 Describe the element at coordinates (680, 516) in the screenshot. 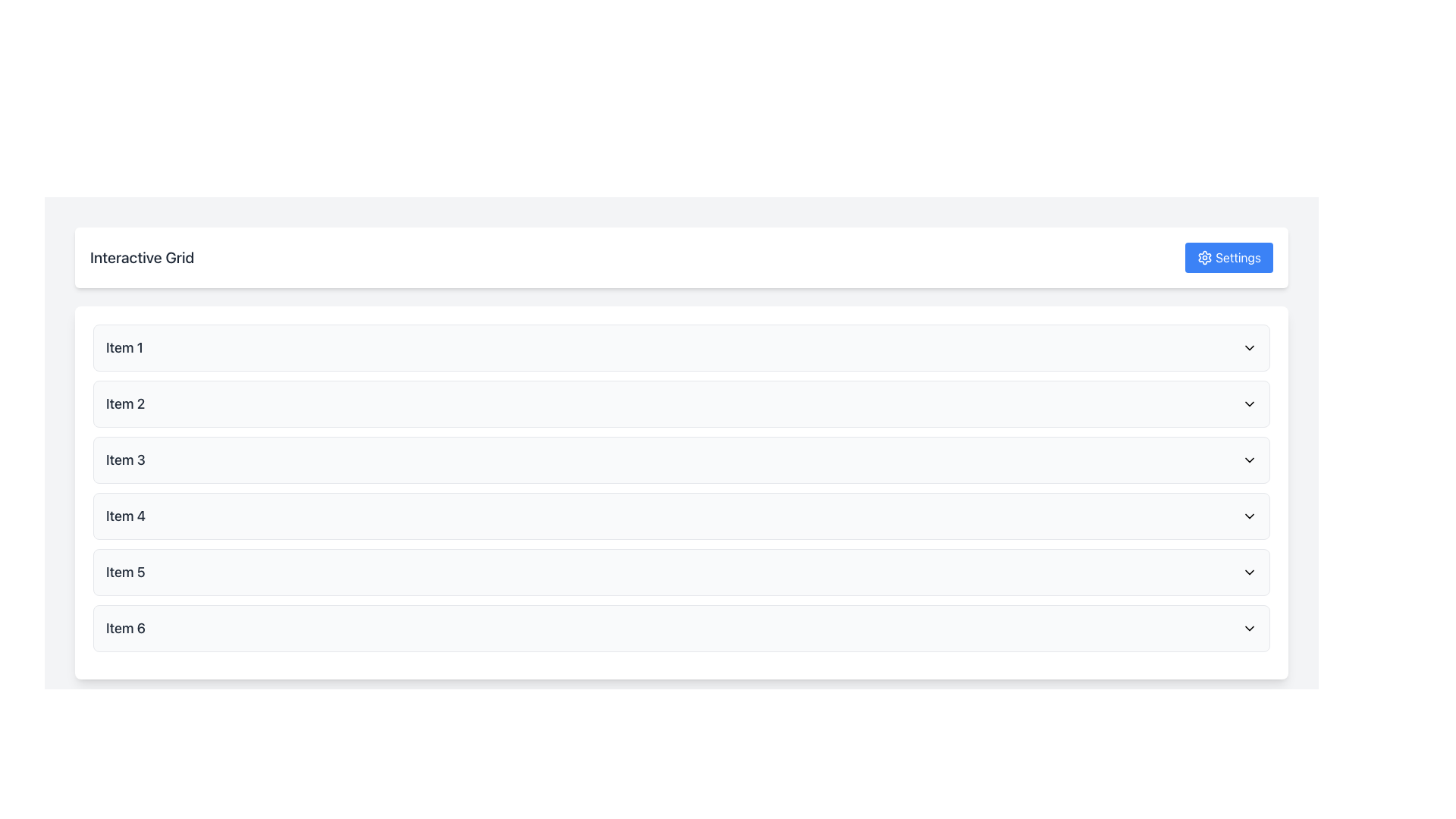

I see `the fourth list item, which is expandable and positioned between 'Item 3' and 'Item 5'` at that location.